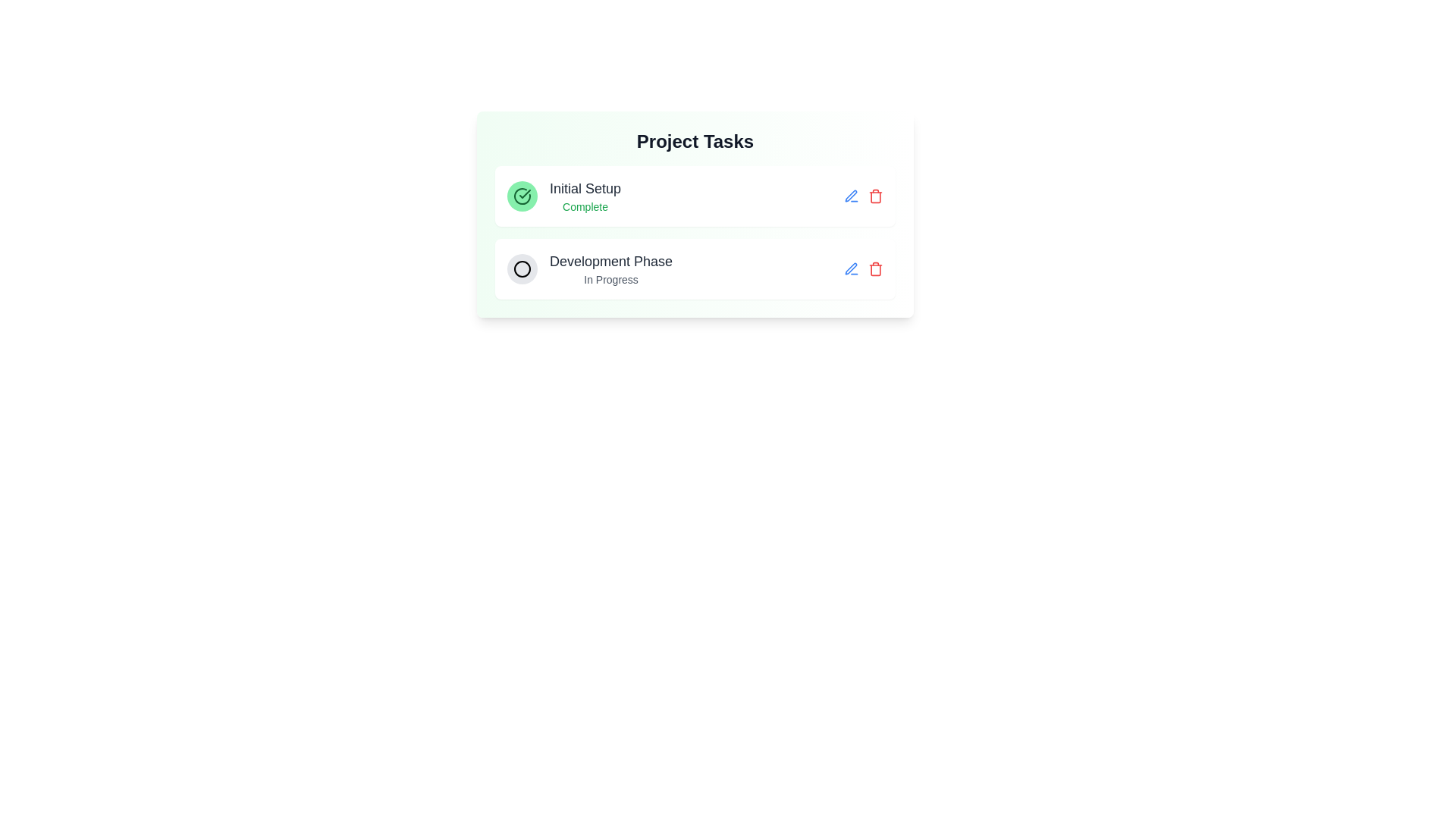 The width and height of the screenshot is (1456, 819). I want to click on the red trash bin icon in the top-right corner of the 'Development Phase' task card, so click(863, 268).